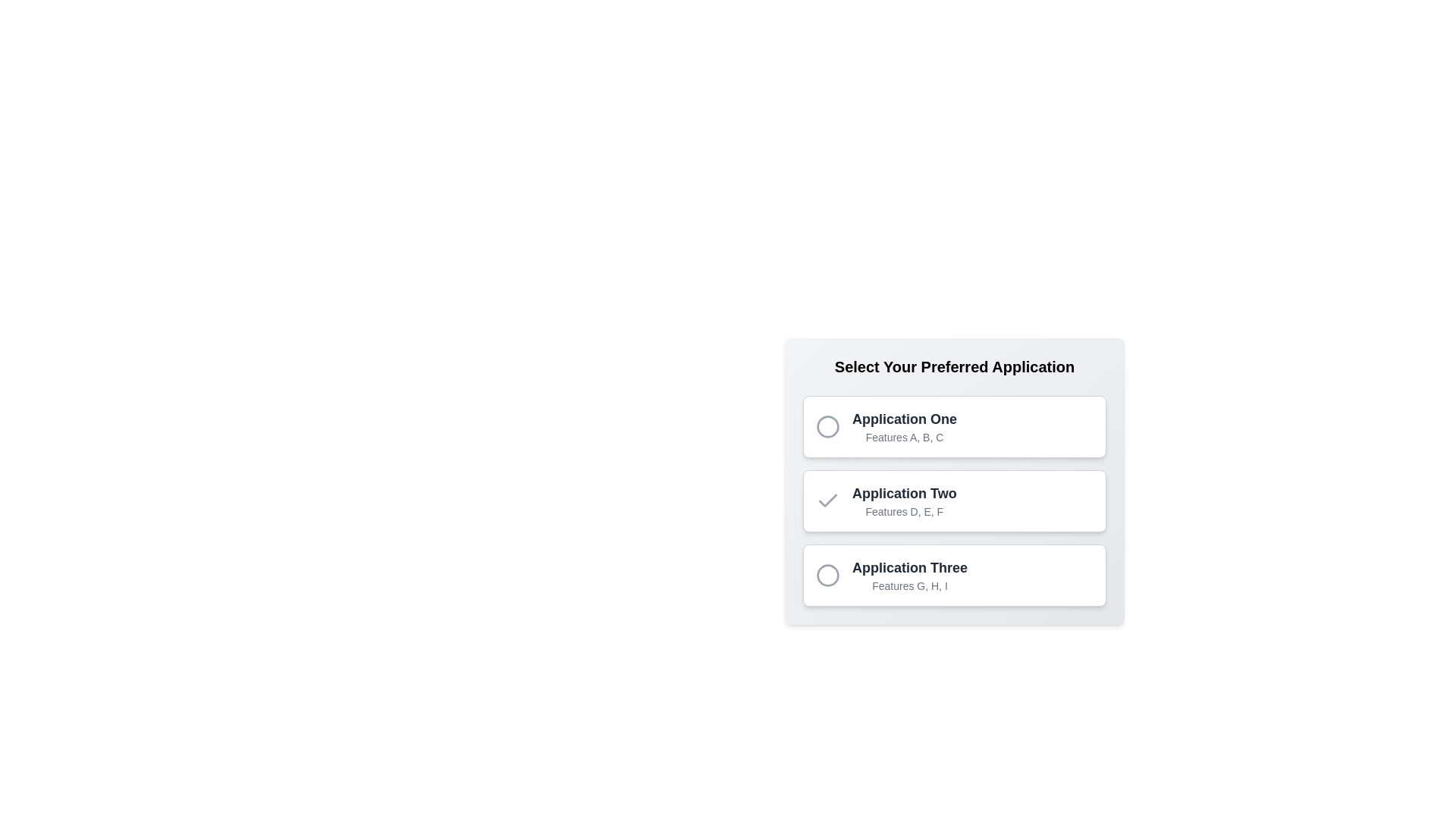 Image resolution: width=1456 pixels, height=819 pixels. What do you see at coordinates (910, 585) in the screenshot?
I see `the static text label providing supplementary information for 'Application Three', positioned directly below the heading` at bounding box center [910, 585].